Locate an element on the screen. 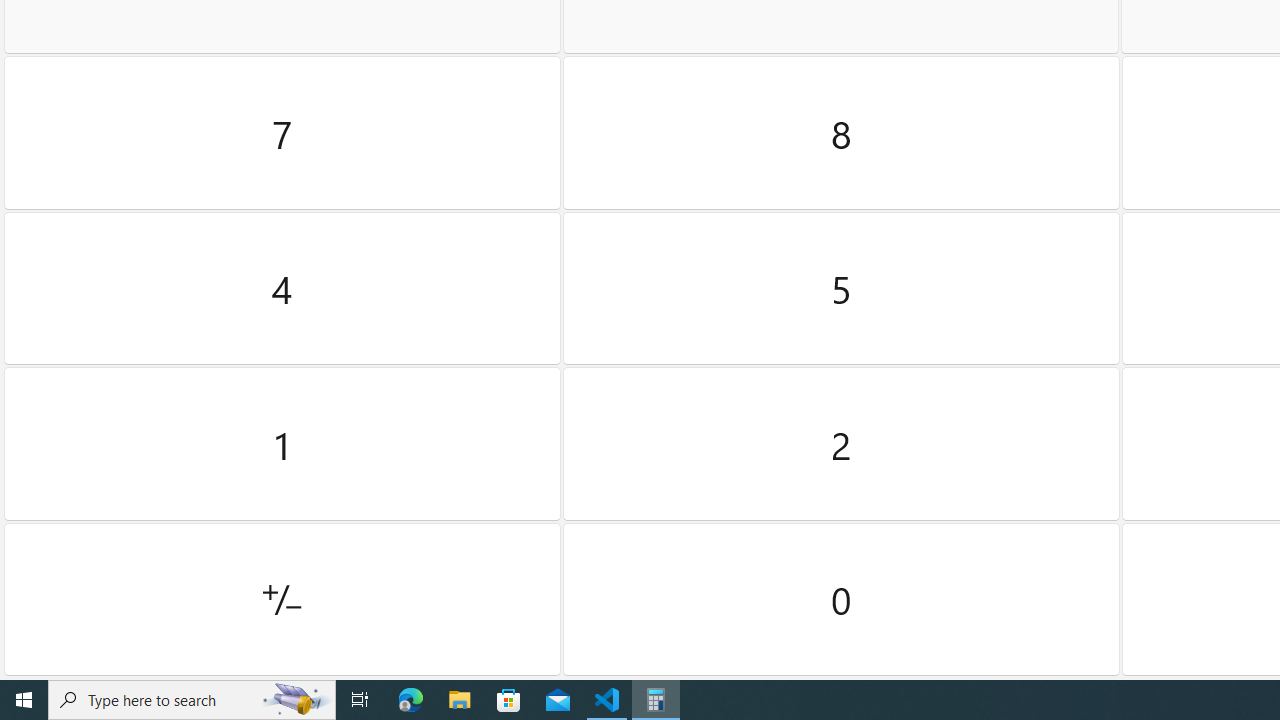 The height and width of the screenshot is (720, 1280). 'Two' is located at coordinates (841, 443).